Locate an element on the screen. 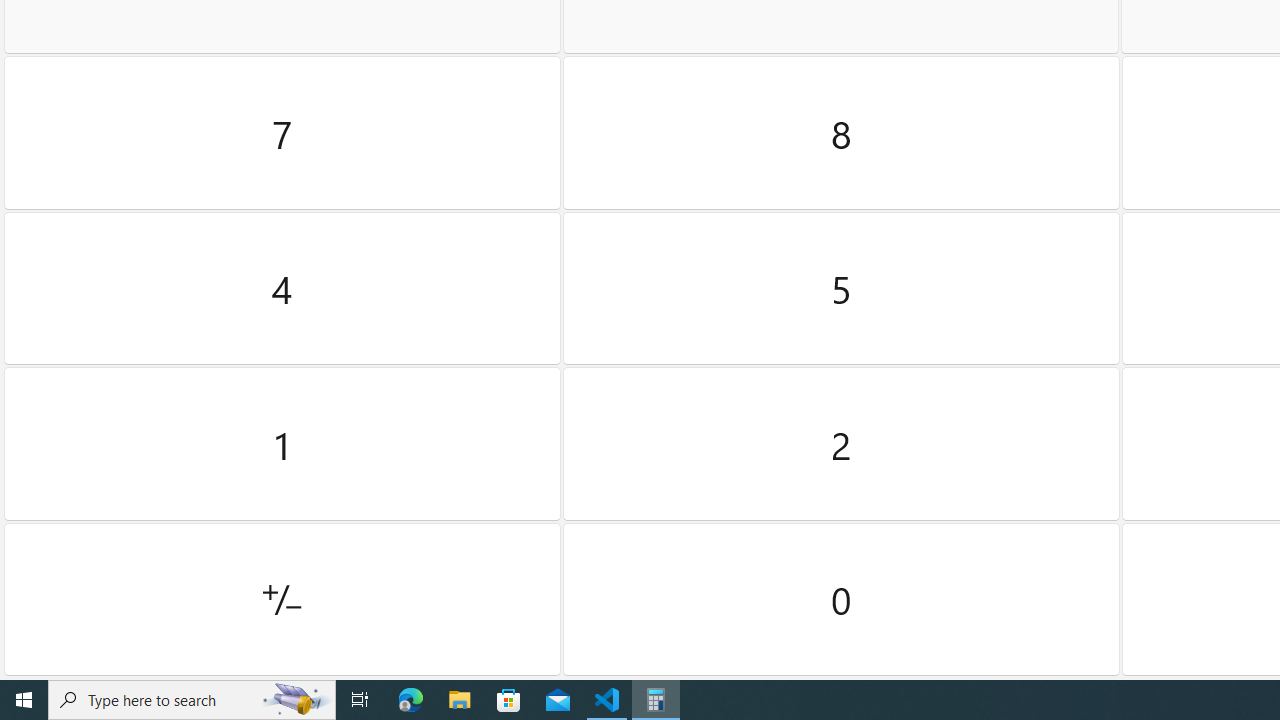 The height and width of the screenshot is (720, 1280). 'Two' is located at coordinates (841, 443).